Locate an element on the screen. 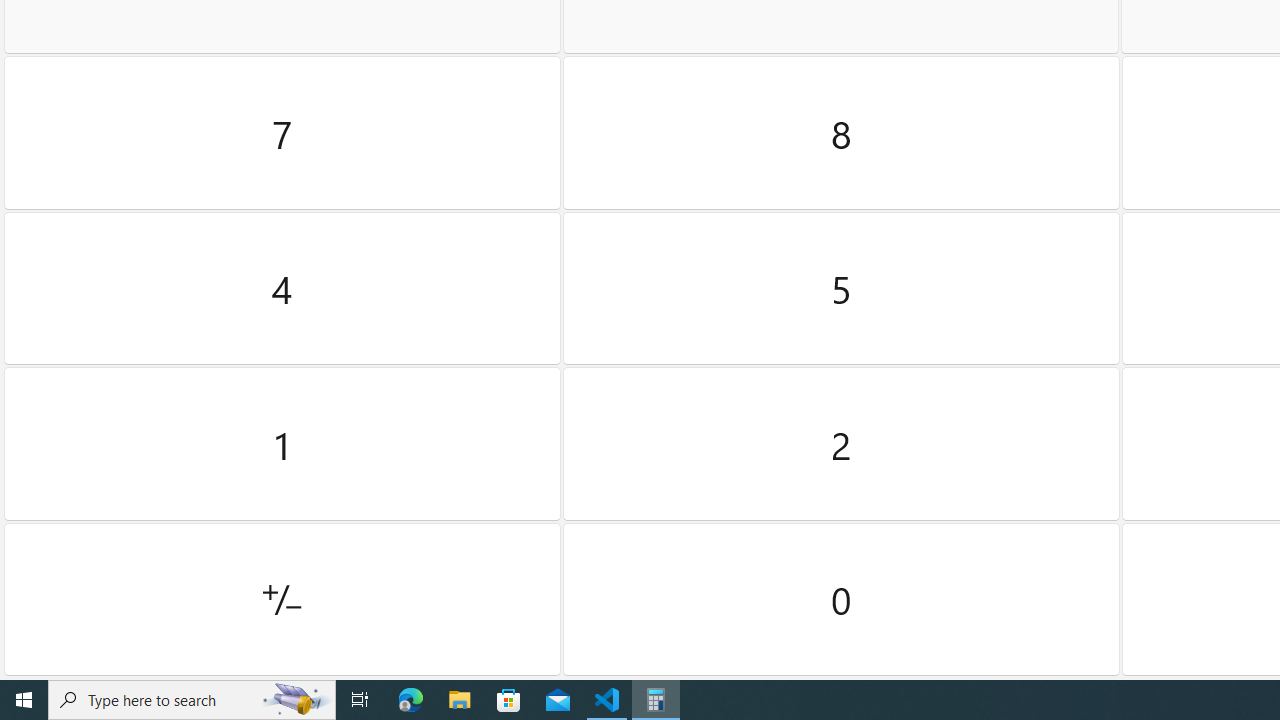 The height and width of the screenshot is (720, 1280). 'Two' is located at coordinates (841, 443).